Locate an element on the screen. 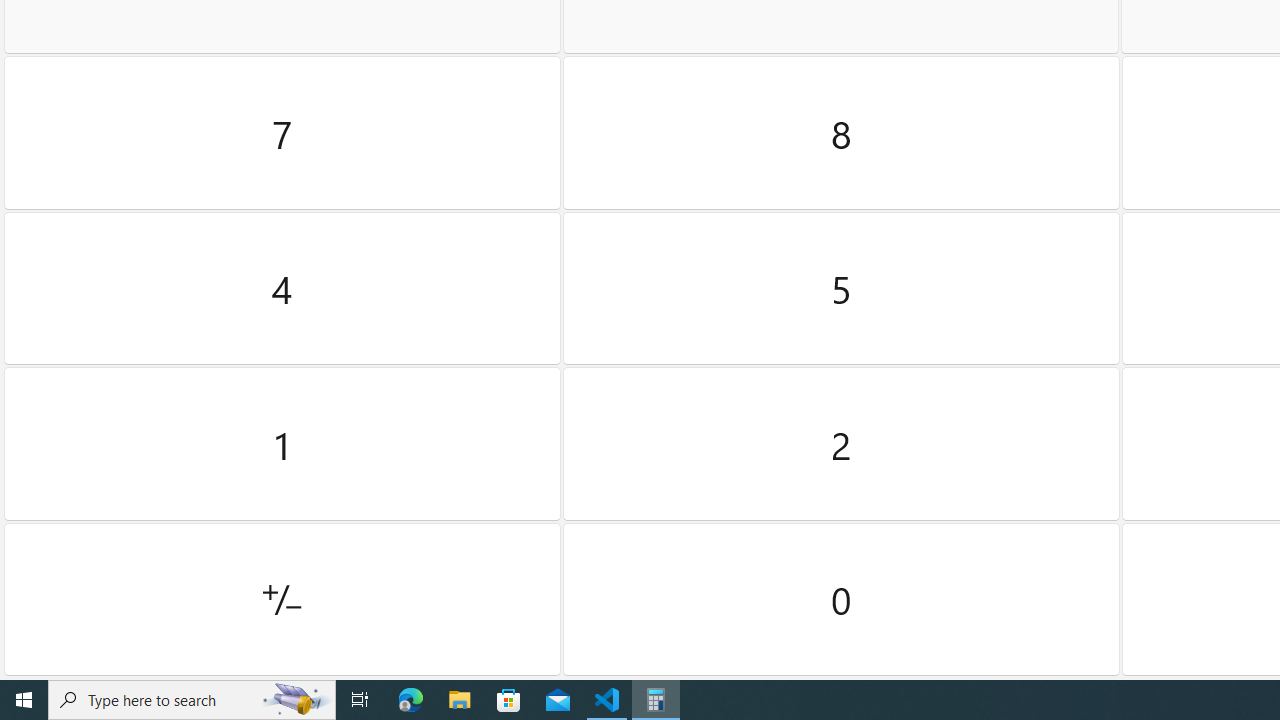 The height and width of the screenshot is (720, 1280). 'Two' is located at coordinates (841, 443).